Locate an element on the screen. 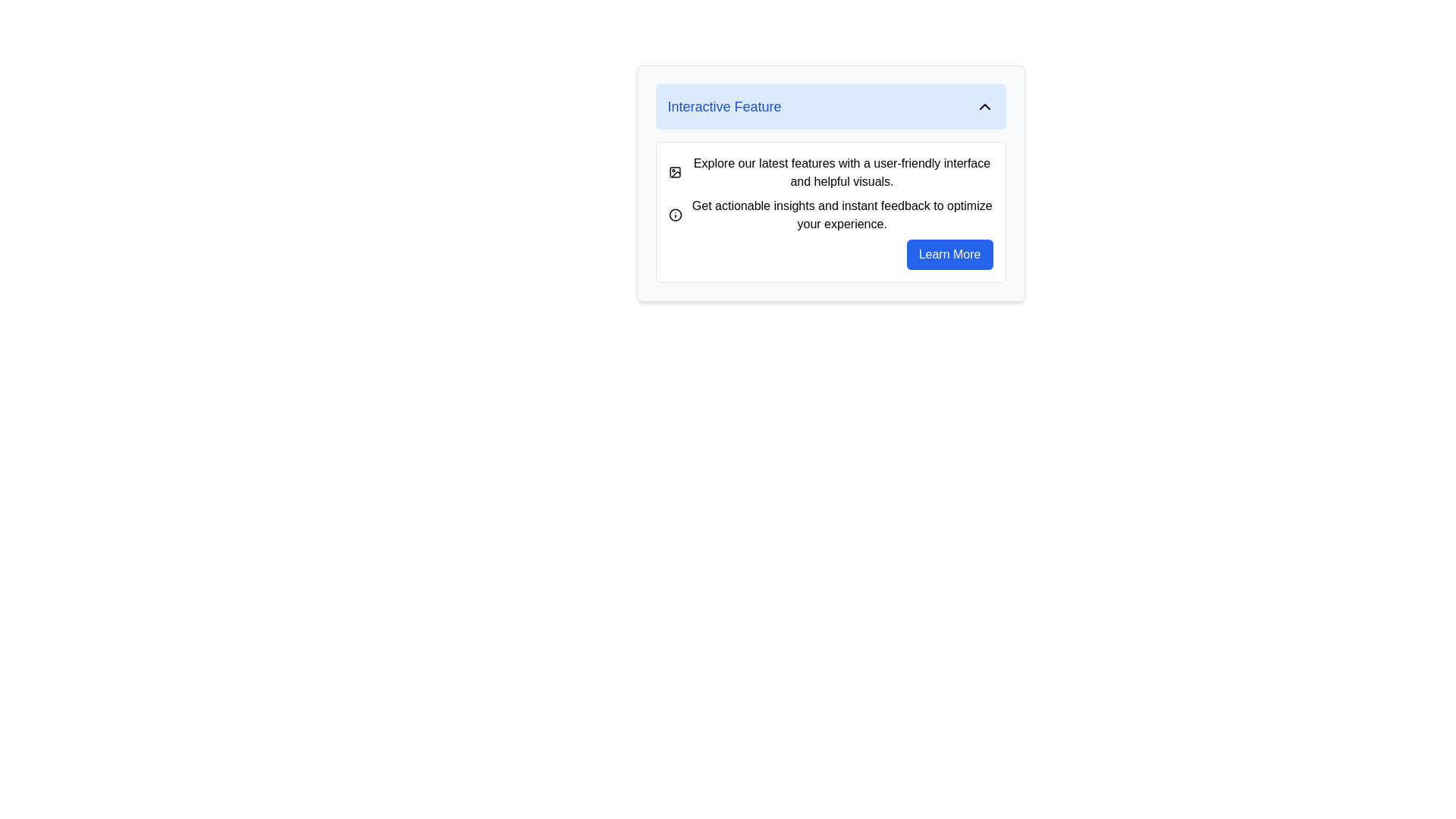 The height and width of the screenshot is (819, 1456). the upward-pointing arrow icon (Chevron Up) located at the far right of the light blue header bar next to the text 'Interactive Feature' is located at coordinates (984, 106).